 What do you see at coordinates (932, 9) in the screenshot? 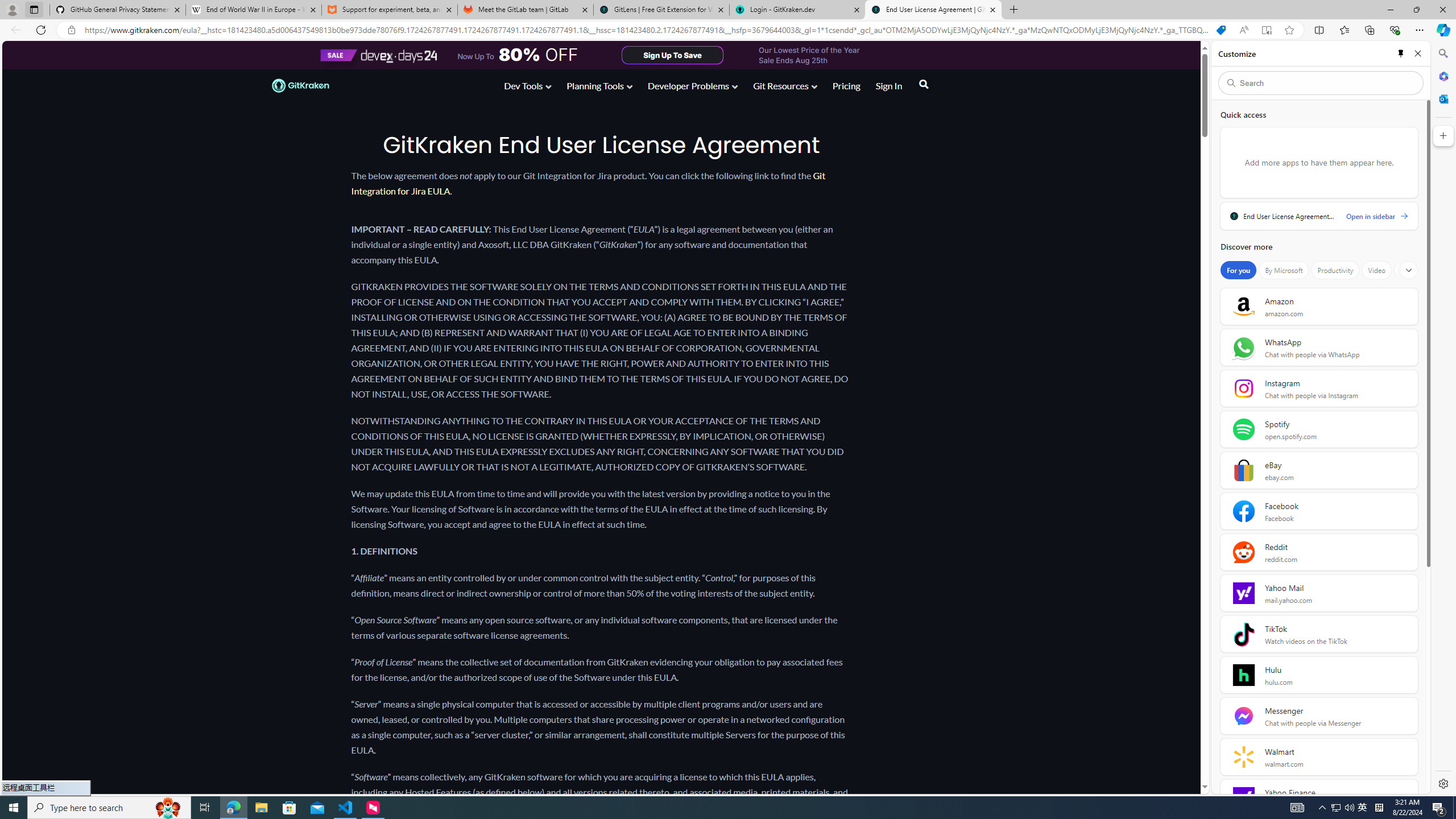
I see `'End User License Agreement | GitKraken'` at bounding box center [932, 9].